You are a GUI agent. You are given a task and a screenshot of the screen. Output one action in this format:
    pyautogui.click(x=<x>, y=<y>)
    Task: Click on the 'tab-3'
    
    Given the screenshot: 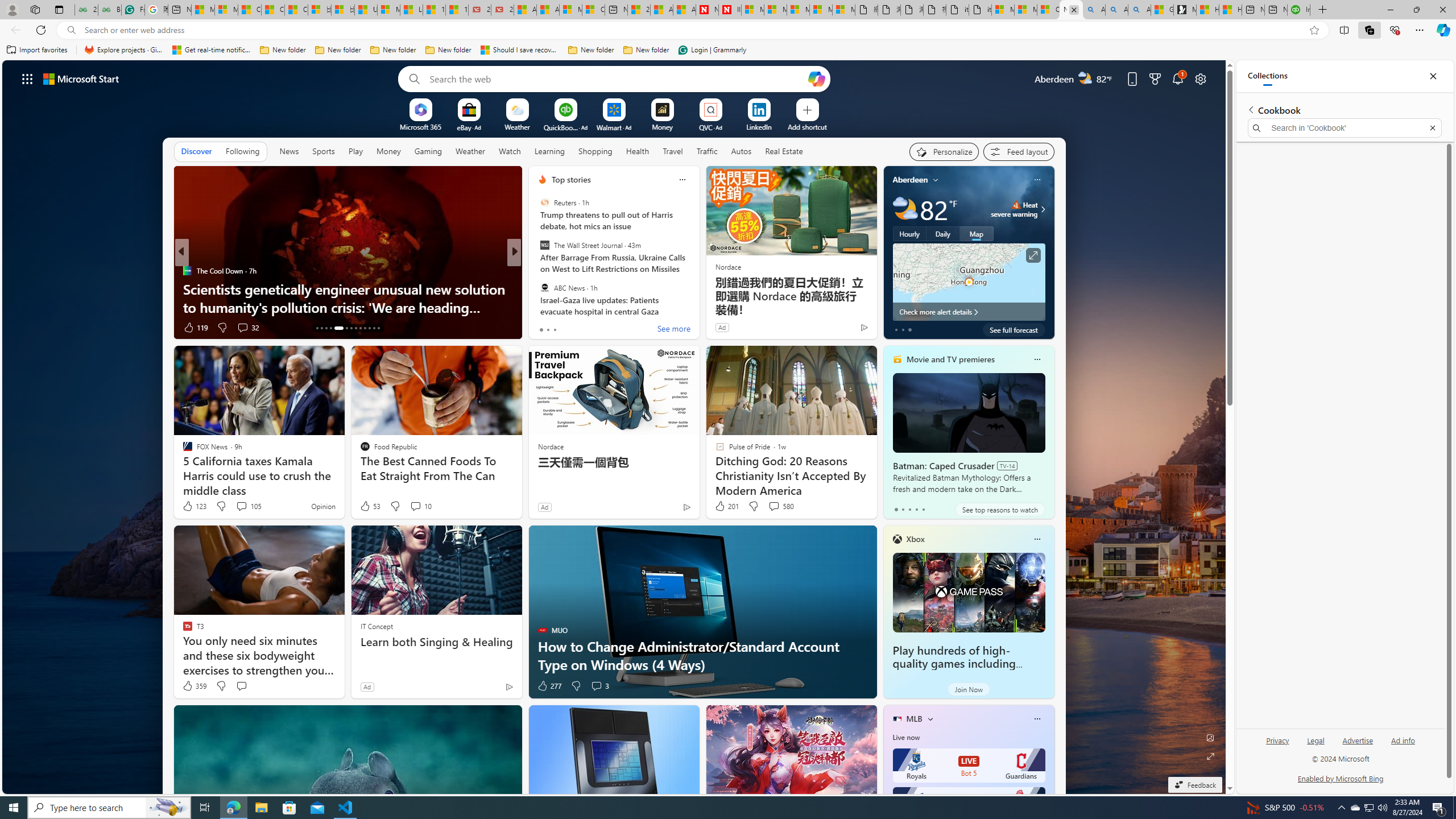 What is the action you would take?
    pyautogui.click(x=916, y=509)
    